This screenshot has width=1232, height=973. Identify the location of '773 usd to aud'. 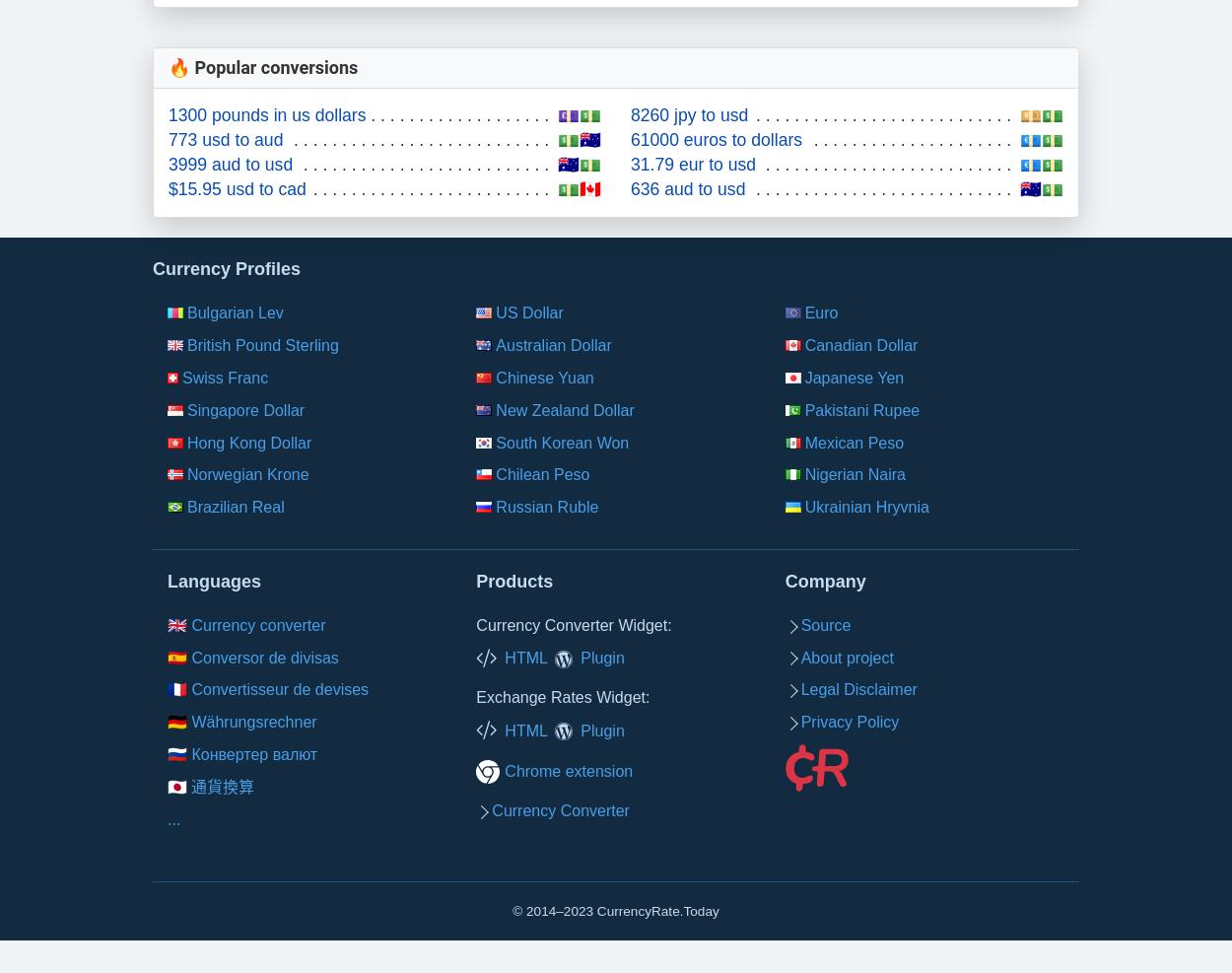
(225, 139).